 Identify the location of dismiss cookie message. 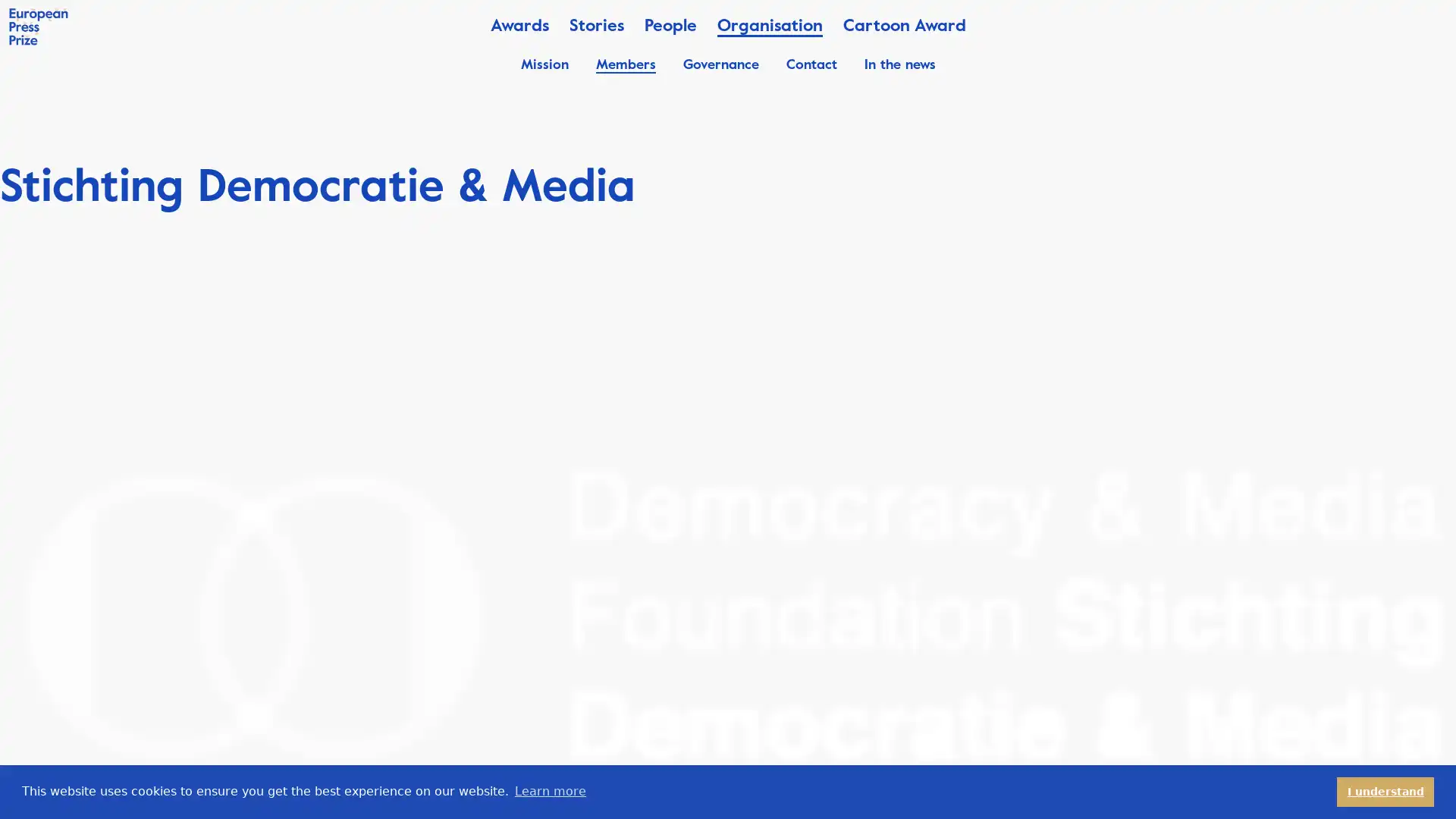
(1385, 791).